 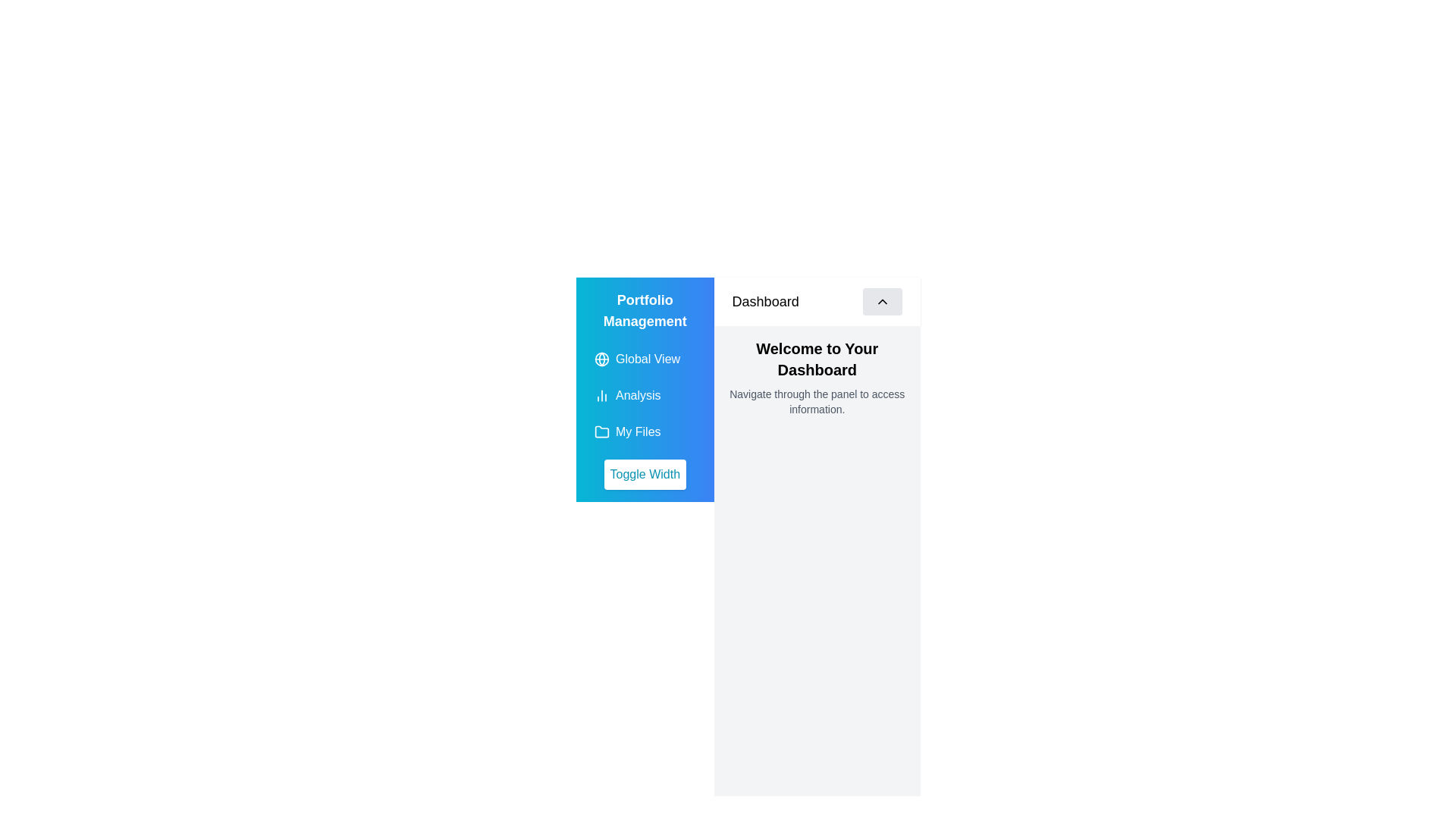 I want to click on the 'Analysis' button, which is a rectangular button with rounded corners displaying a bar chart icon and light cyan background, located in the left-side menu under 'Portfolio Management', so click(x=645, y=394).